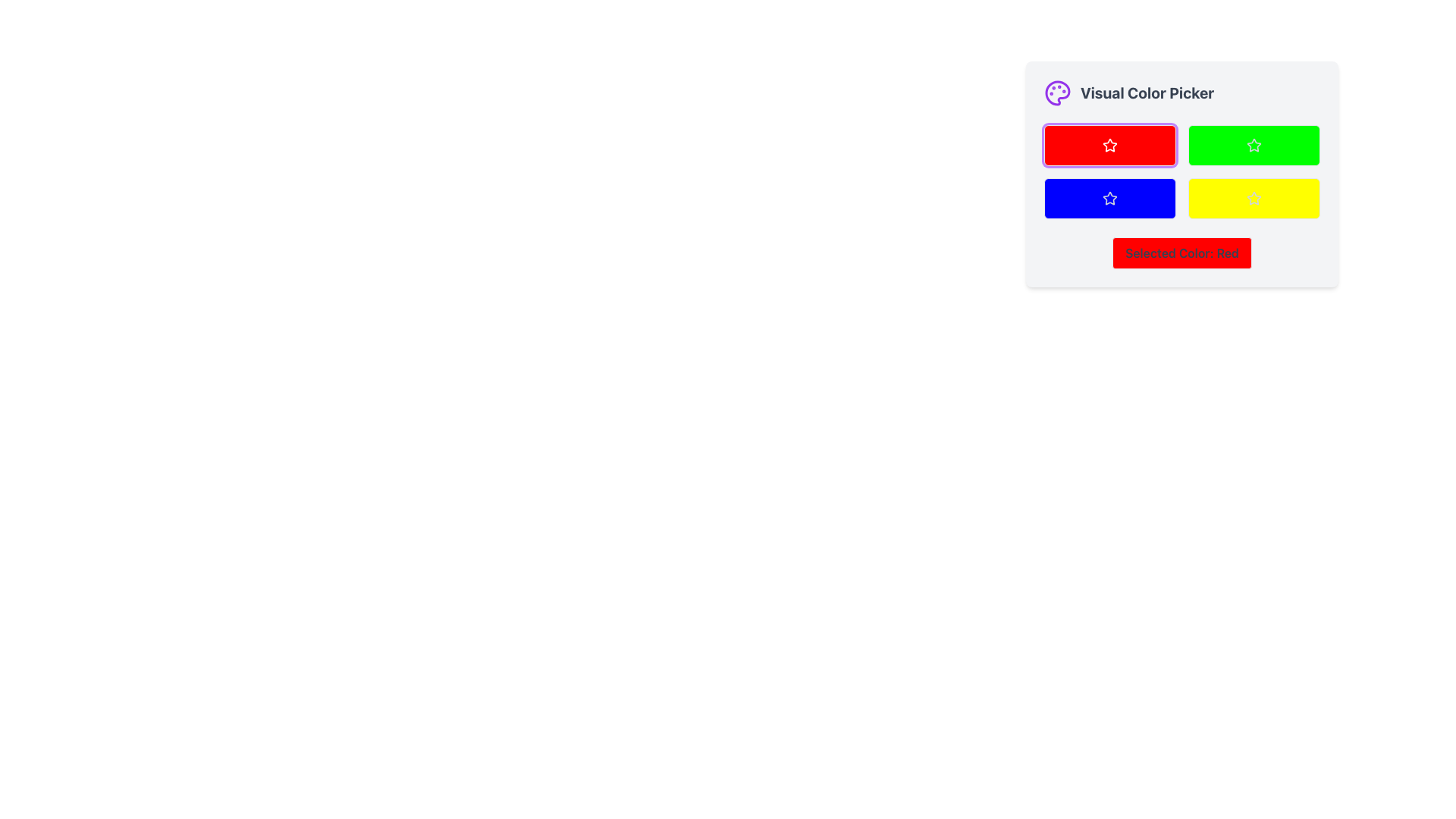  What do you see at coordinates (1110, 198) in the screenshot?
I see `the blue color selection button in the Visual Color Picker section for keyboard interaction` at bounding box center [1110, 198].